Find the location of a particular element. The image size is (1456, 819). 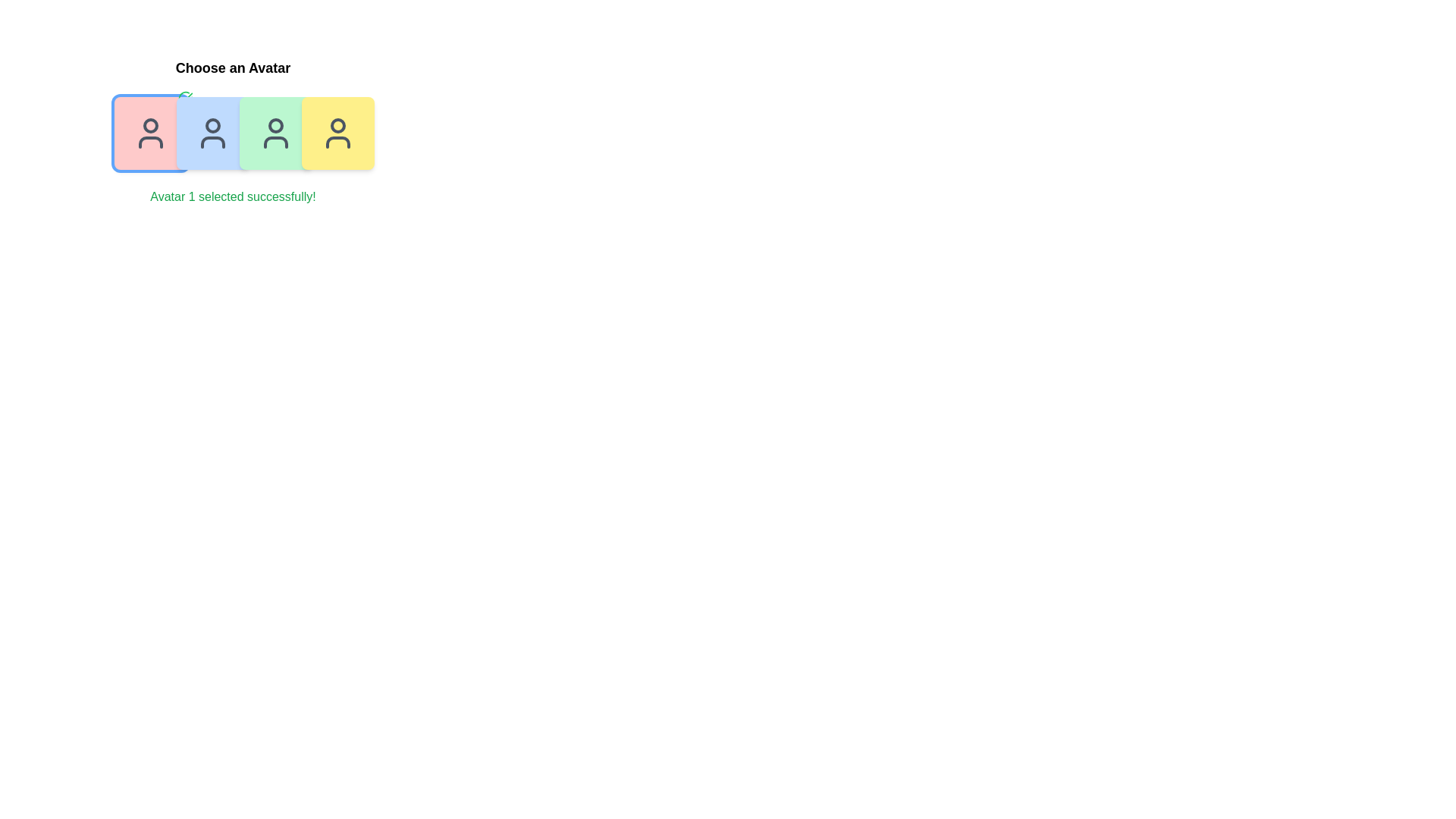

the decorative circular shape representing the head of the third avatar in the list of four avatar options is located at coordinates (275, 124).